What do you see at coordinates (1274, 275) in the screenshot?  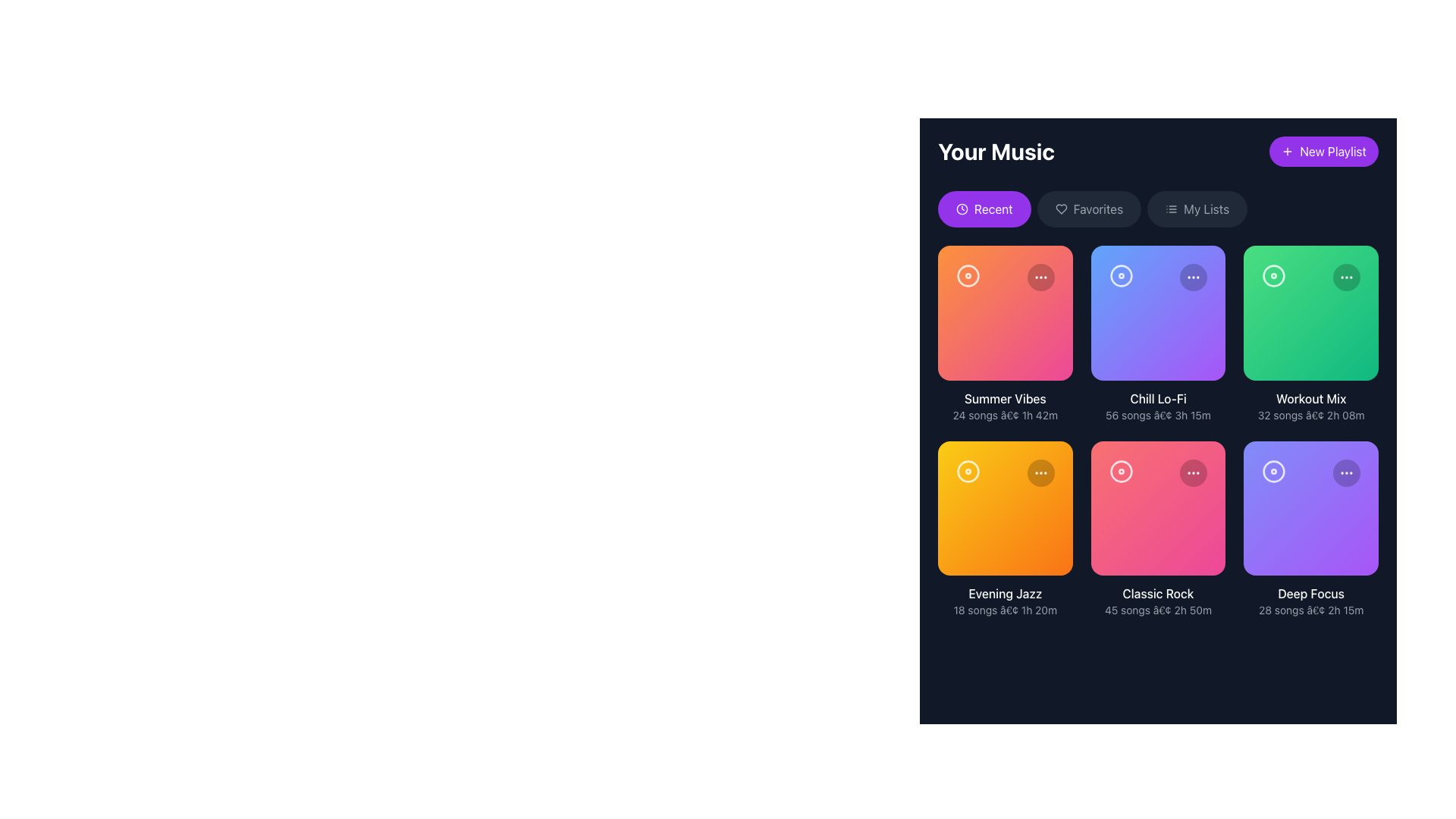 I see `the circular indicator icon located on the green card labeled 'Workout Mix' in the grid layout` at bounding box center [1274, 275].